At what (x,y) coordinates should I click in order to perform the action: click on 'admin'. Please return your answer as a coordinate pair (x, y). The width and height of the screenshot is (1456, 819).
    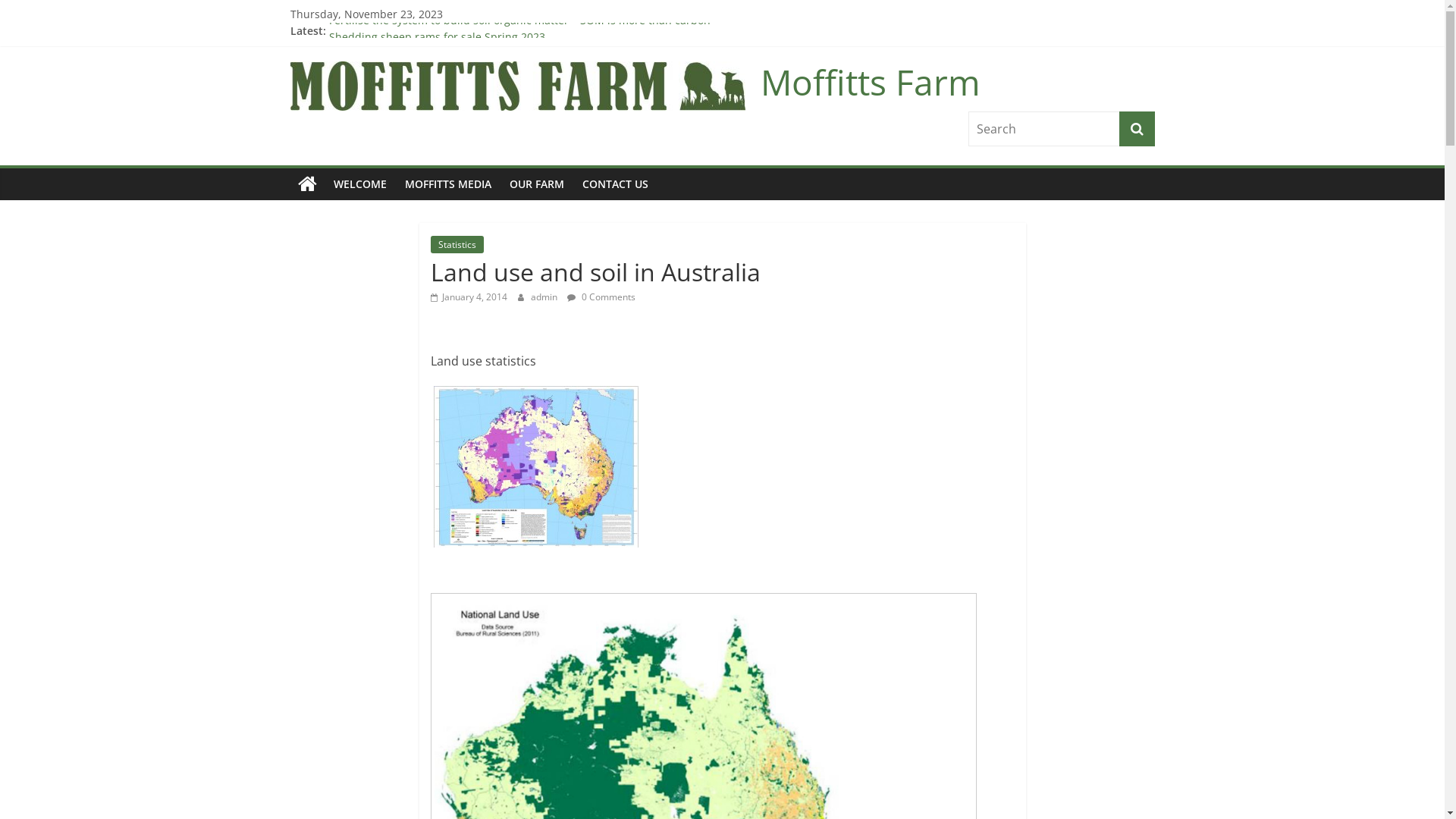
    Looking at the image, I should click on (545, 297).